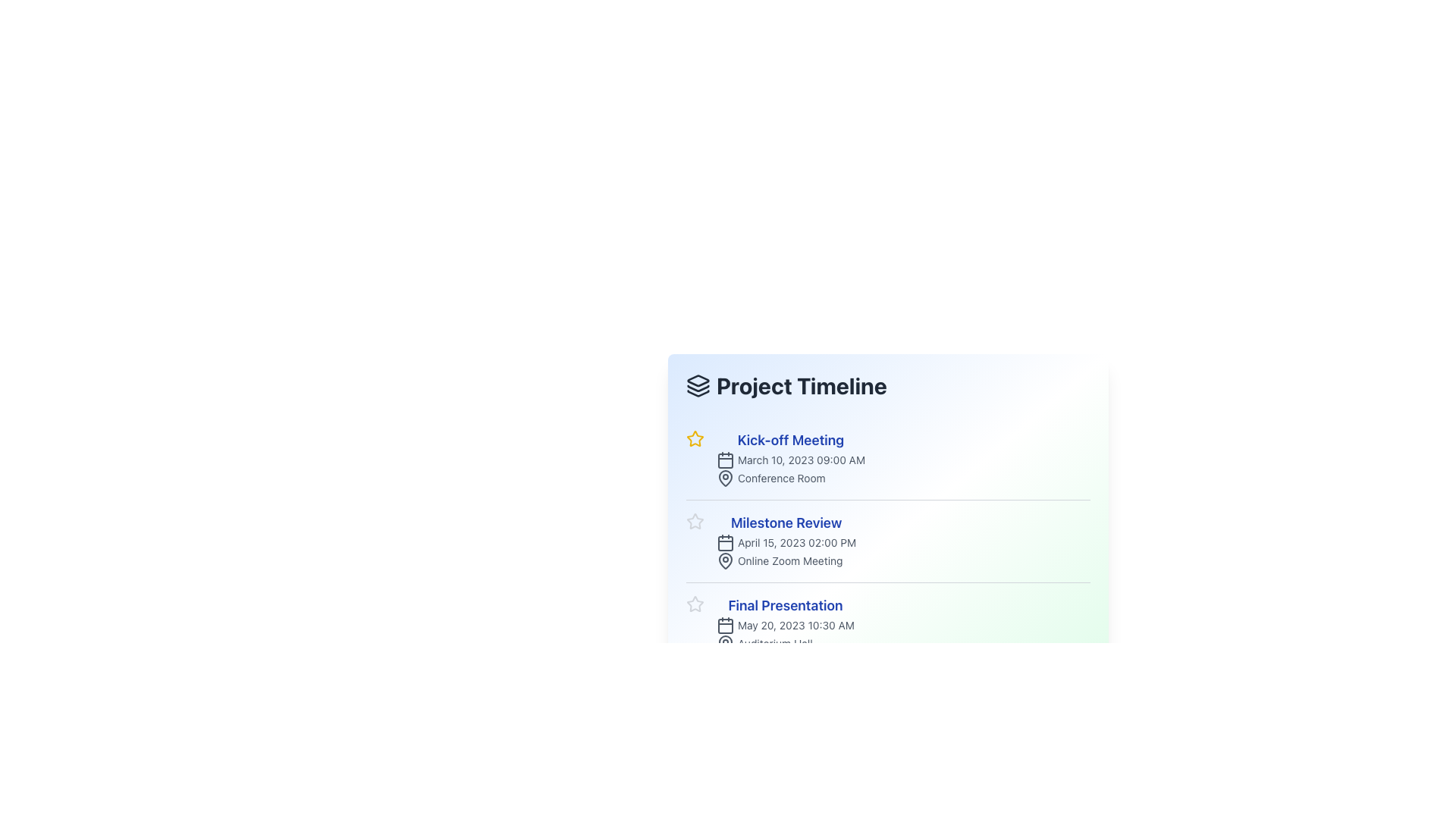 The height and width of the screenshot is (819, 1456). I want to click on the location descriptor element associated with the 'Final Presentation' event, which is visually represented by an icon and text label, positioned below the event time in the 'Project Timeline' interface, so click(786, 643).